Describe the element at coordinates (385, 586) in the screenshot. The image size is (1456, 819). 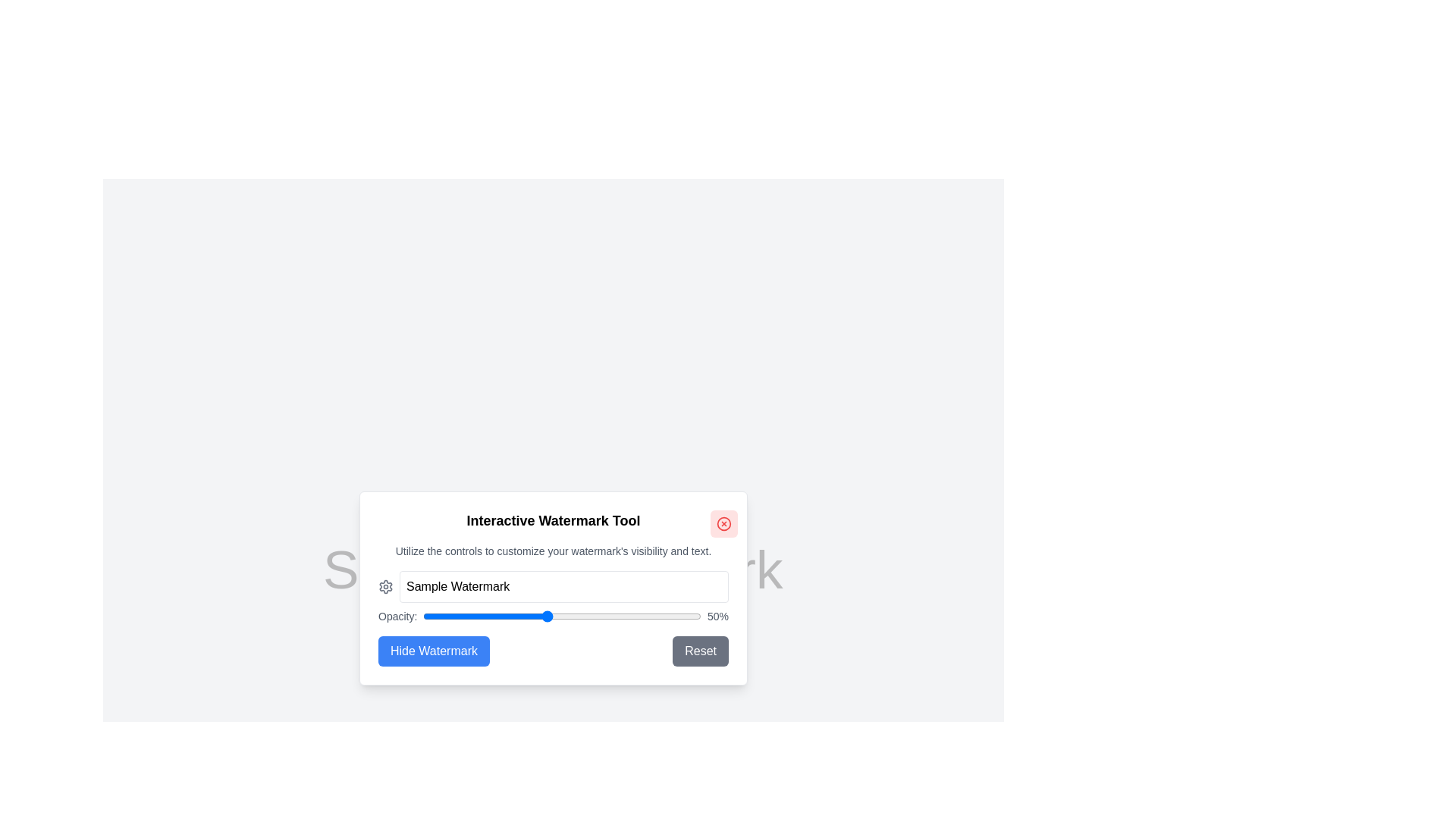
I see `the icon located in the header section of the 'Interactive Watermark Tool' dialog, which is positioned on the left side of the watermark text input field` at that location.